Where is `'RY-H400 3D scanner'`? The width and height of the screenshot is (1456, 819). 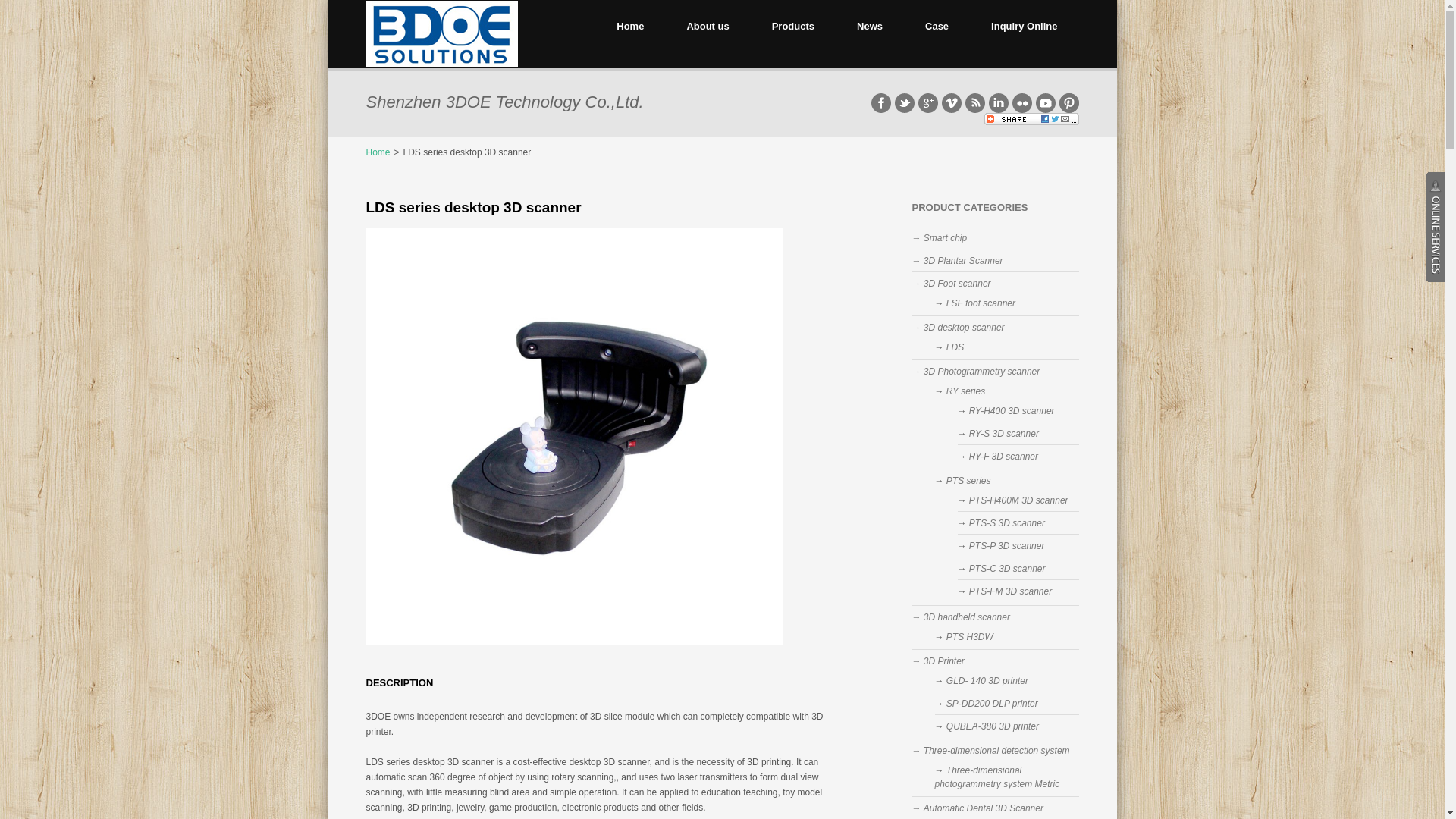 'RY-H400 3D scanner' is located at coordinates (1012, 411).